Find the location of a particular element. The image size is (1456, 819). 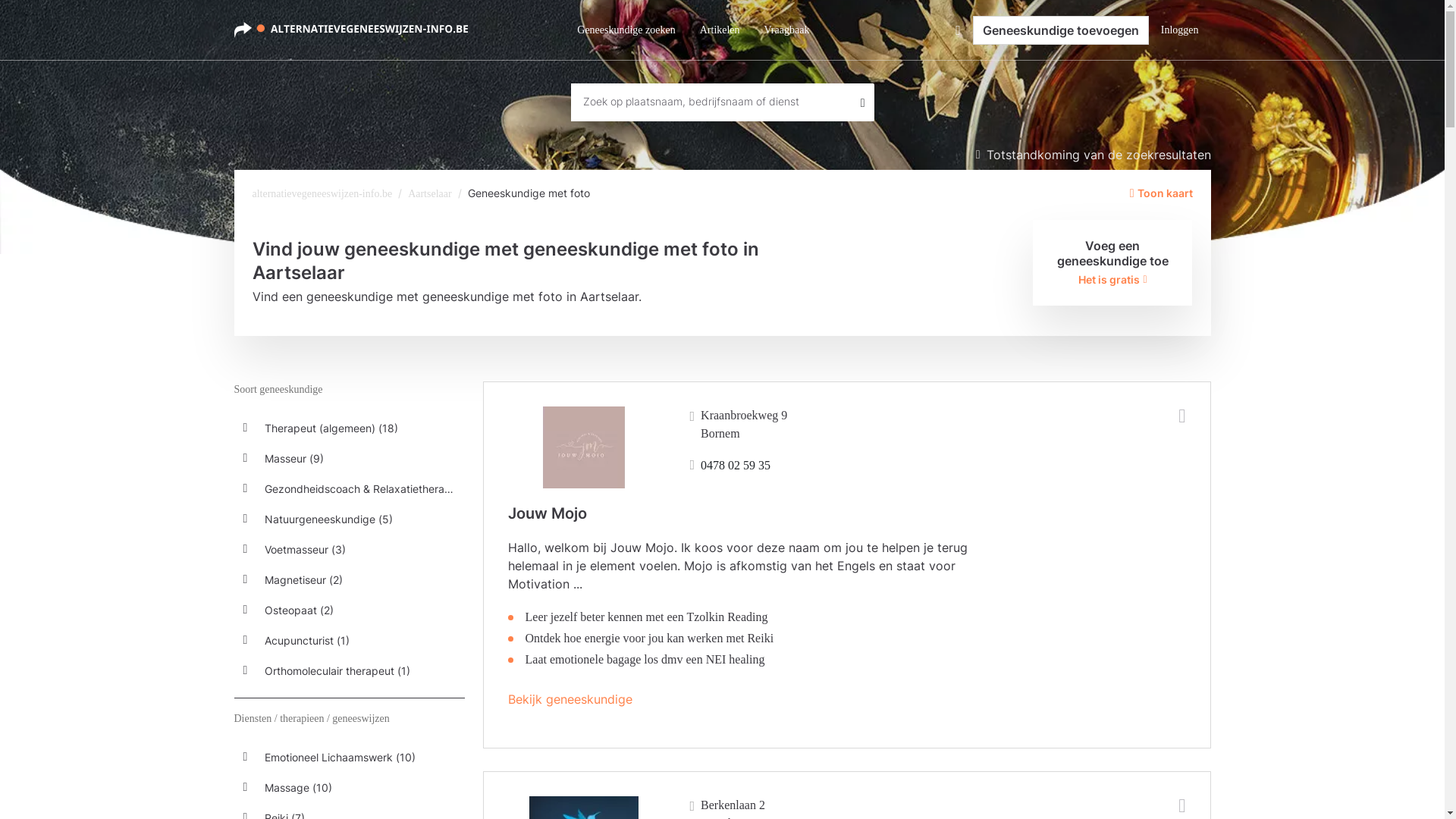

'Gezondheidscoach & Relaxatietherapeut (5)' is located at coordinates (348, 488).